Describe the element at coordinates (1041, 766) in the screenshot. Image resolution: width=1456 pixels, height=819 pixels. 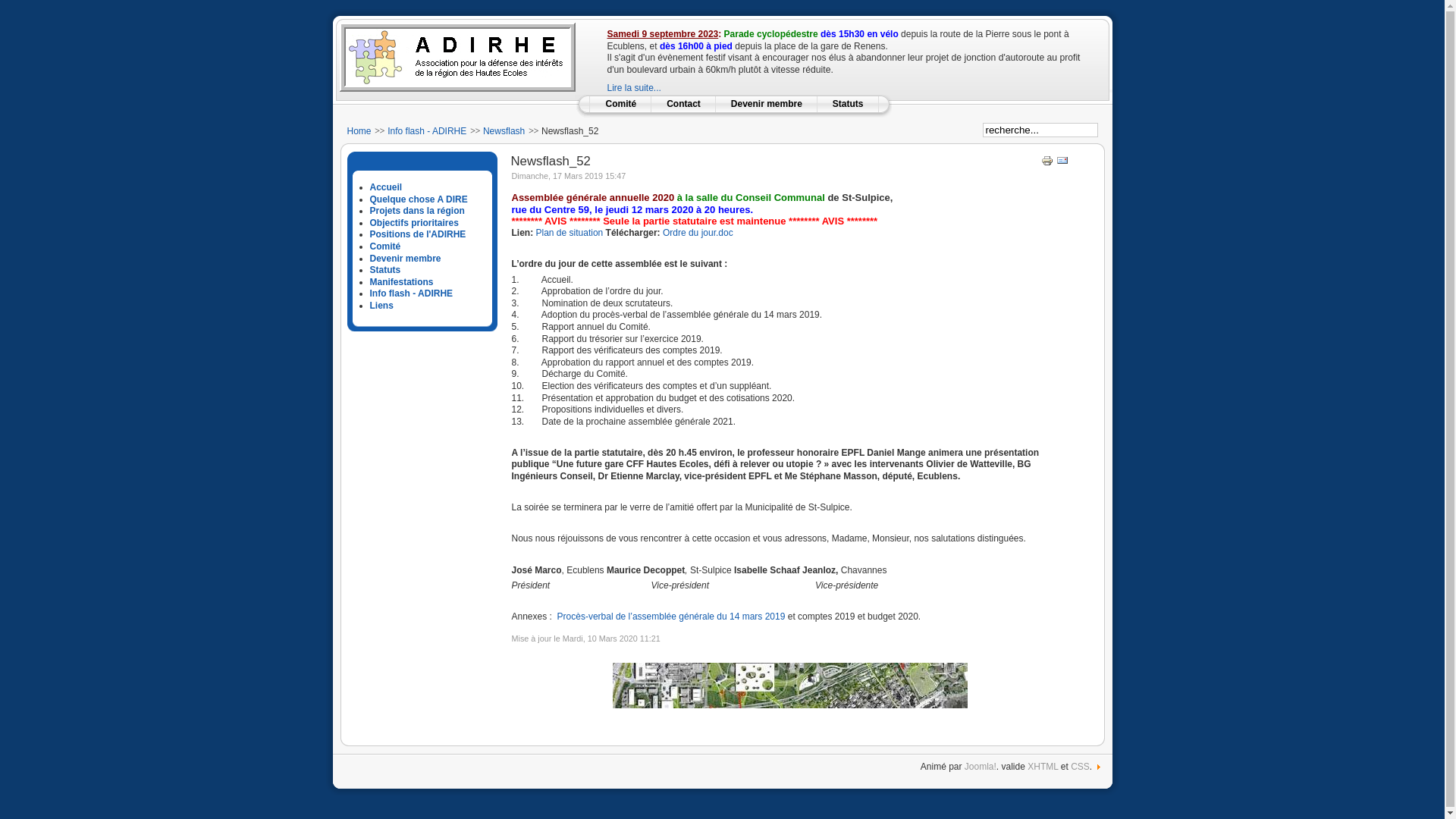
I see `'XHTML'` at that location.